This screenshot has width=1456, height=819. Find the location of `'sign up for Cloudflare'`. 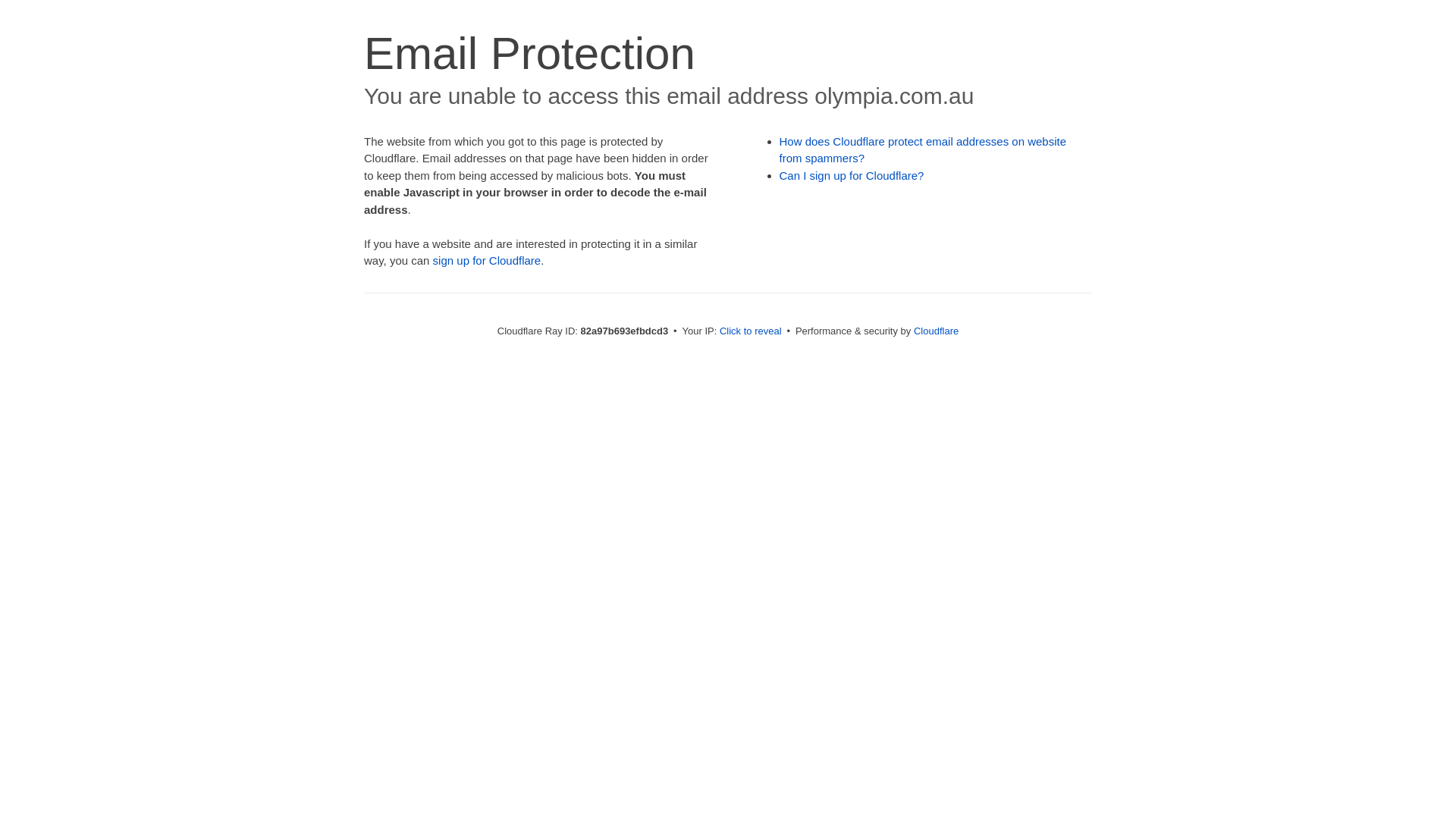

'sign up for Cloudflare' is located at coordinates (487, 259).